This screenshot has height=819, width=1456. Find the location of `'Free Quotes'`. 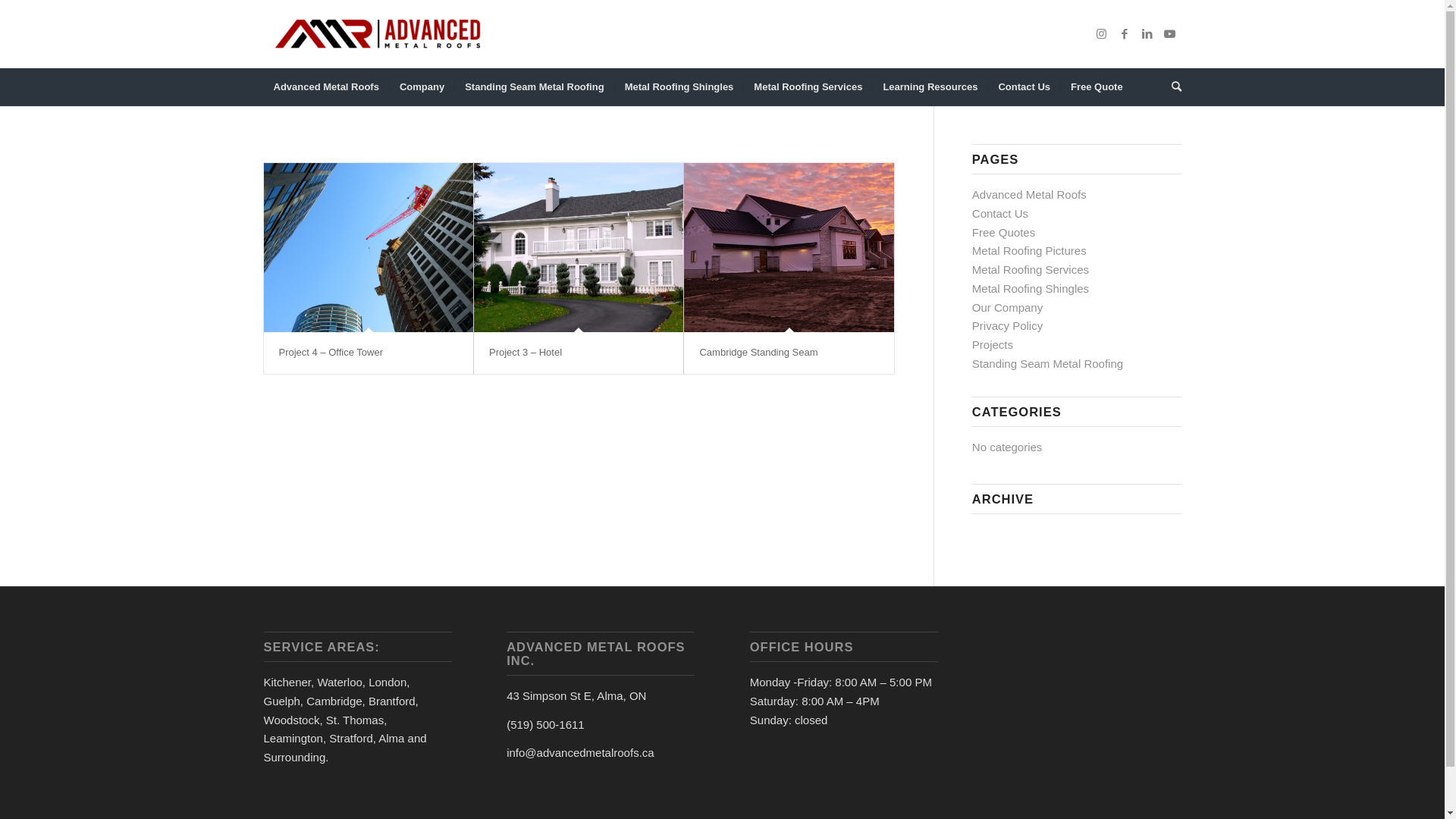

'Free Quotes' is located at coordinates (971, 232).